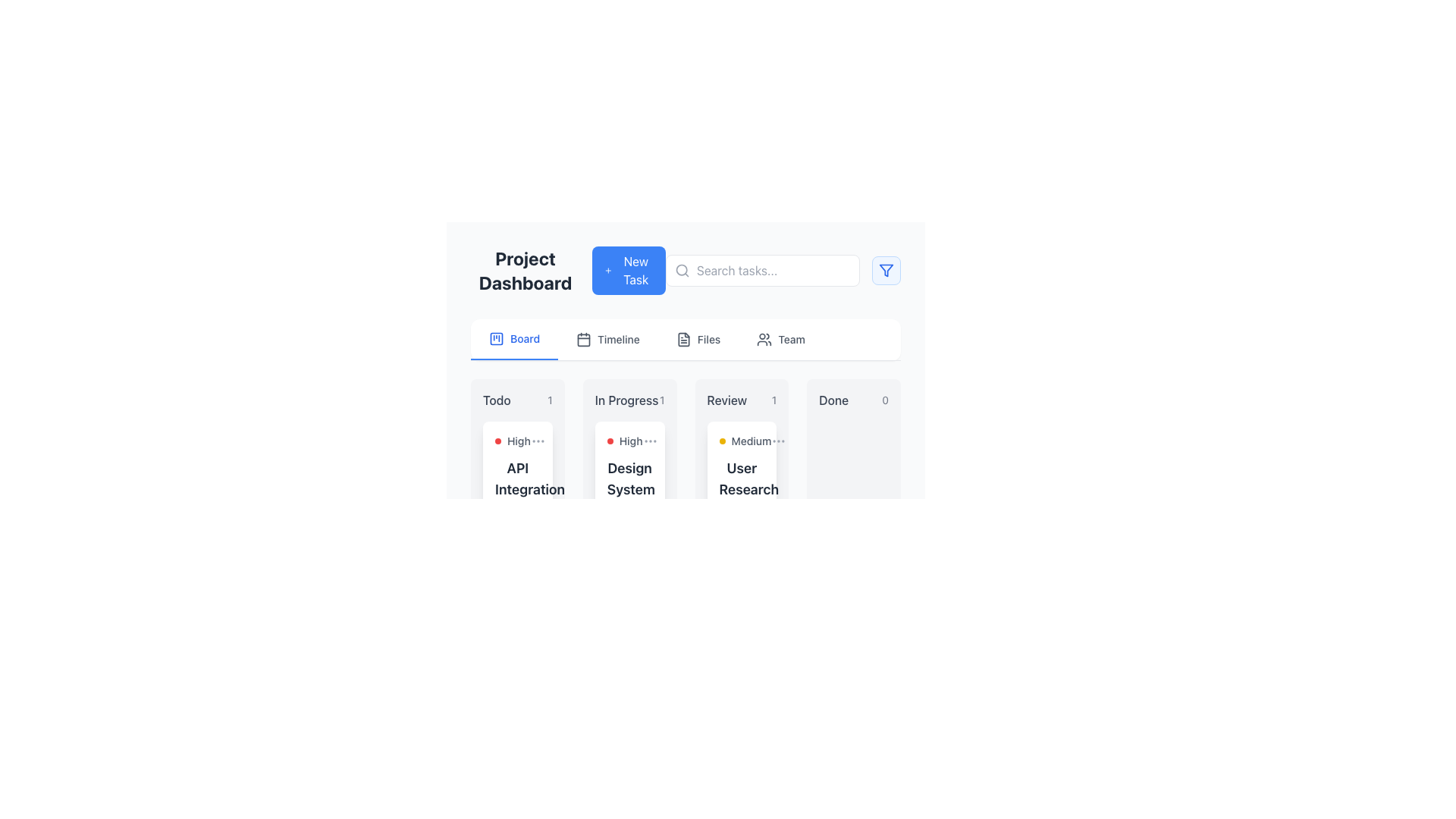 The height and width of the screenshot is (819, 1456). Describe the element at coordinates (886, 270) in the screenshot. I see `the decorative funnel icon element that represents filtering or sorting functionality, located in the upper-right corner of the application interface` at that location.